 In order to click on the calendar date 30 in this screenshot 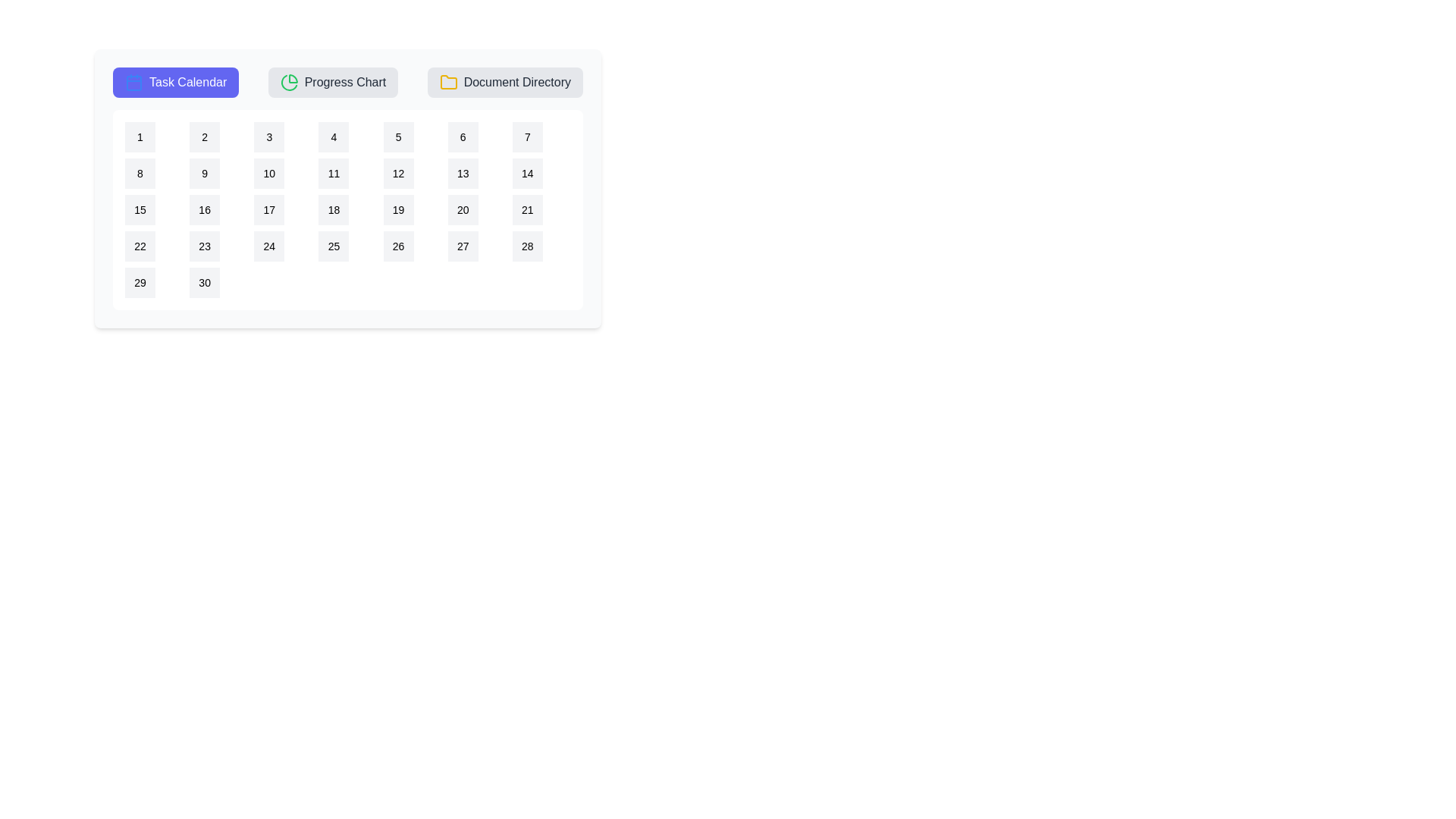, I will do `click(203, 283)`.